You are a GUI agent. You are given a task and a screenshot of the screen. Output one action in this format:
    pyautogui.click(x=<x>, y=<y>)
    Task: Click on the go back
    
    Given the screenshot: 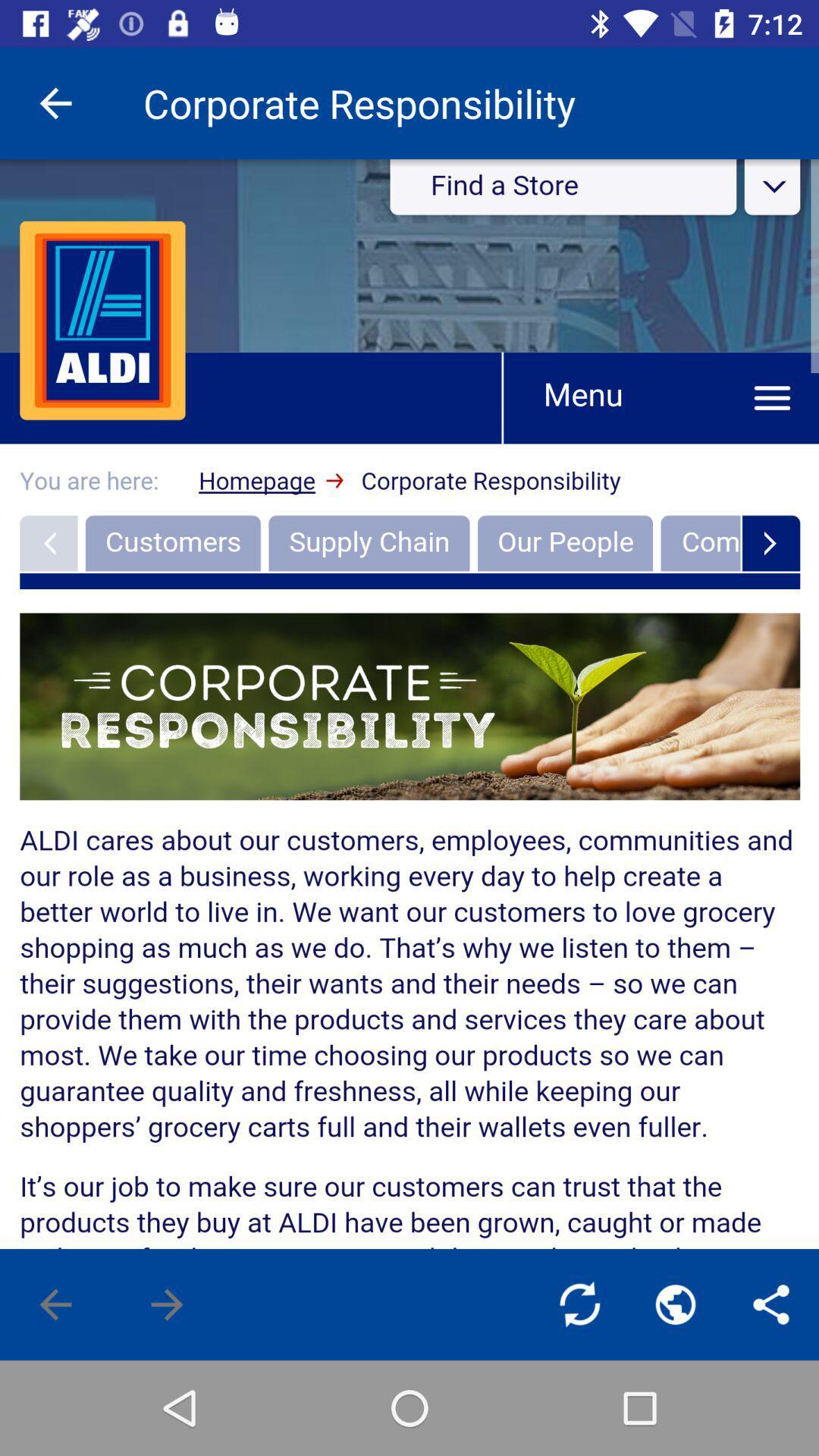 What is the action you would take?
    pyautogui.click(x=55, y=1304)
    